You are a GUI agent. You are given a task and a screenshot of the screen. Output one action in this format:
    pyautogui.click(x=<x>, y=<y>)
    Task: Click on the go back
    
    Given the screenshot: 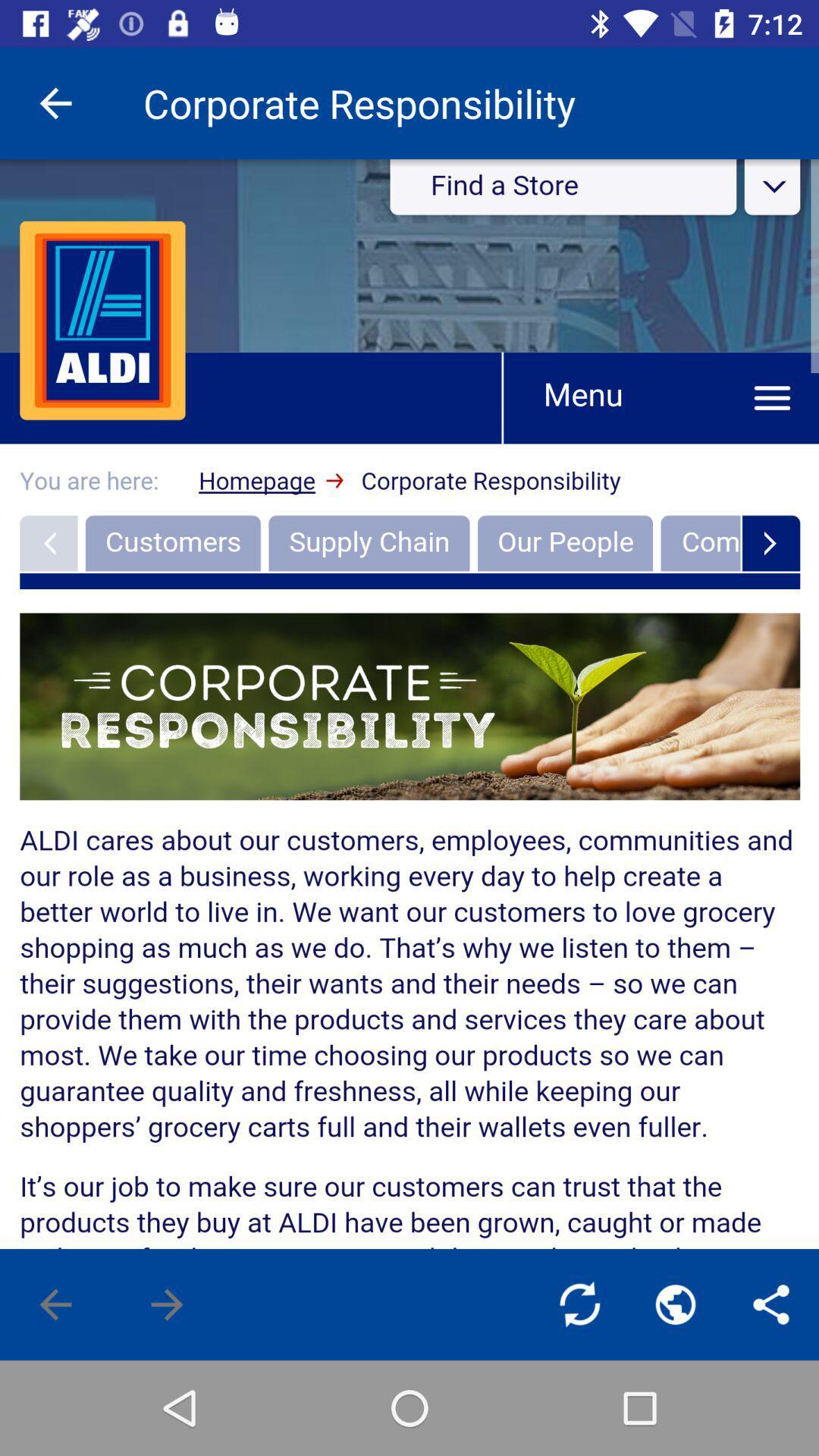 What is the action you would take?
    pyautogui.click(x=55, y=1304)
    